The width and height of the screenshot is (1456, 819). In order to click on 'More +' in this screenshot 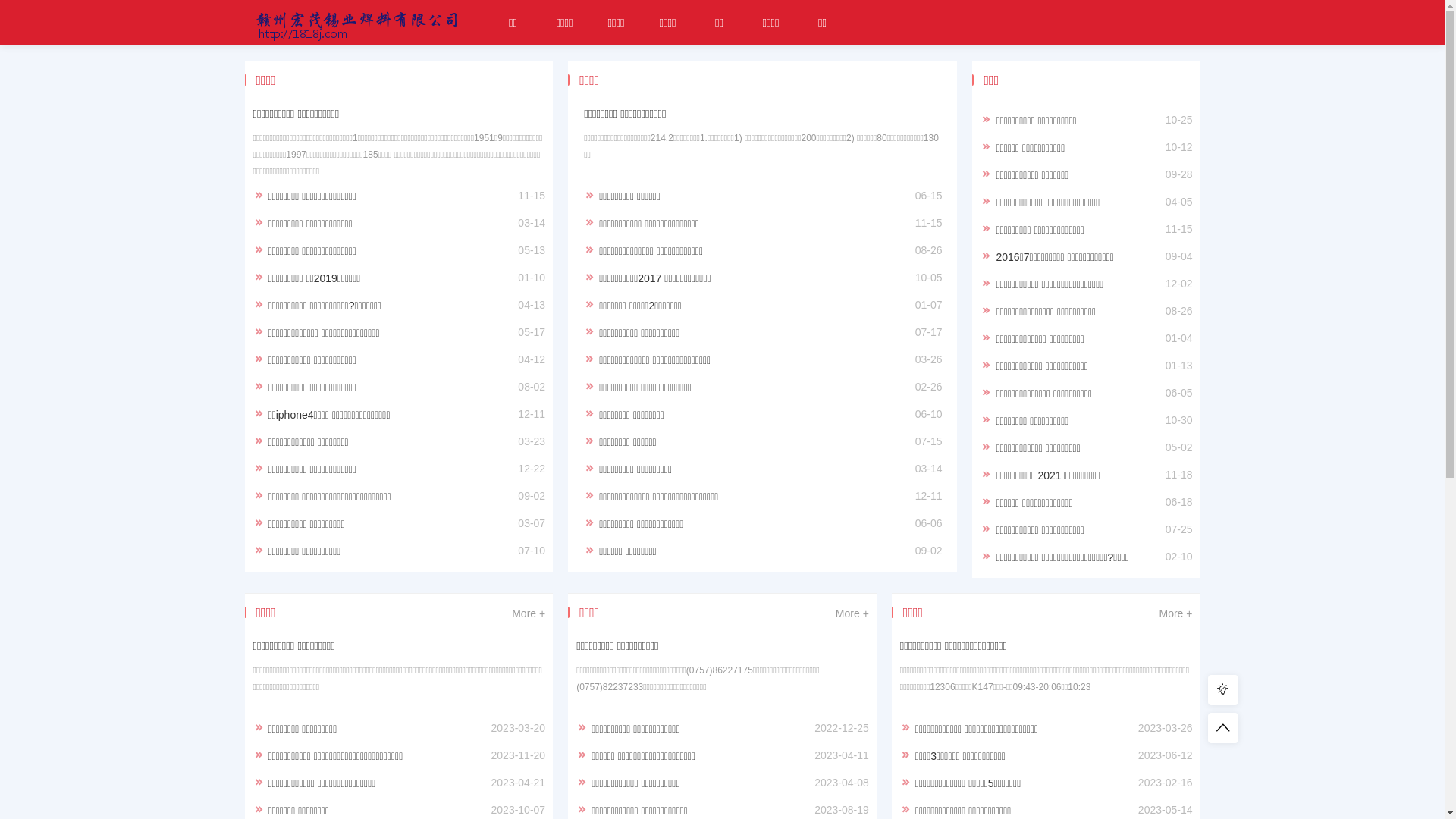, I will do `click(852, 613)`.